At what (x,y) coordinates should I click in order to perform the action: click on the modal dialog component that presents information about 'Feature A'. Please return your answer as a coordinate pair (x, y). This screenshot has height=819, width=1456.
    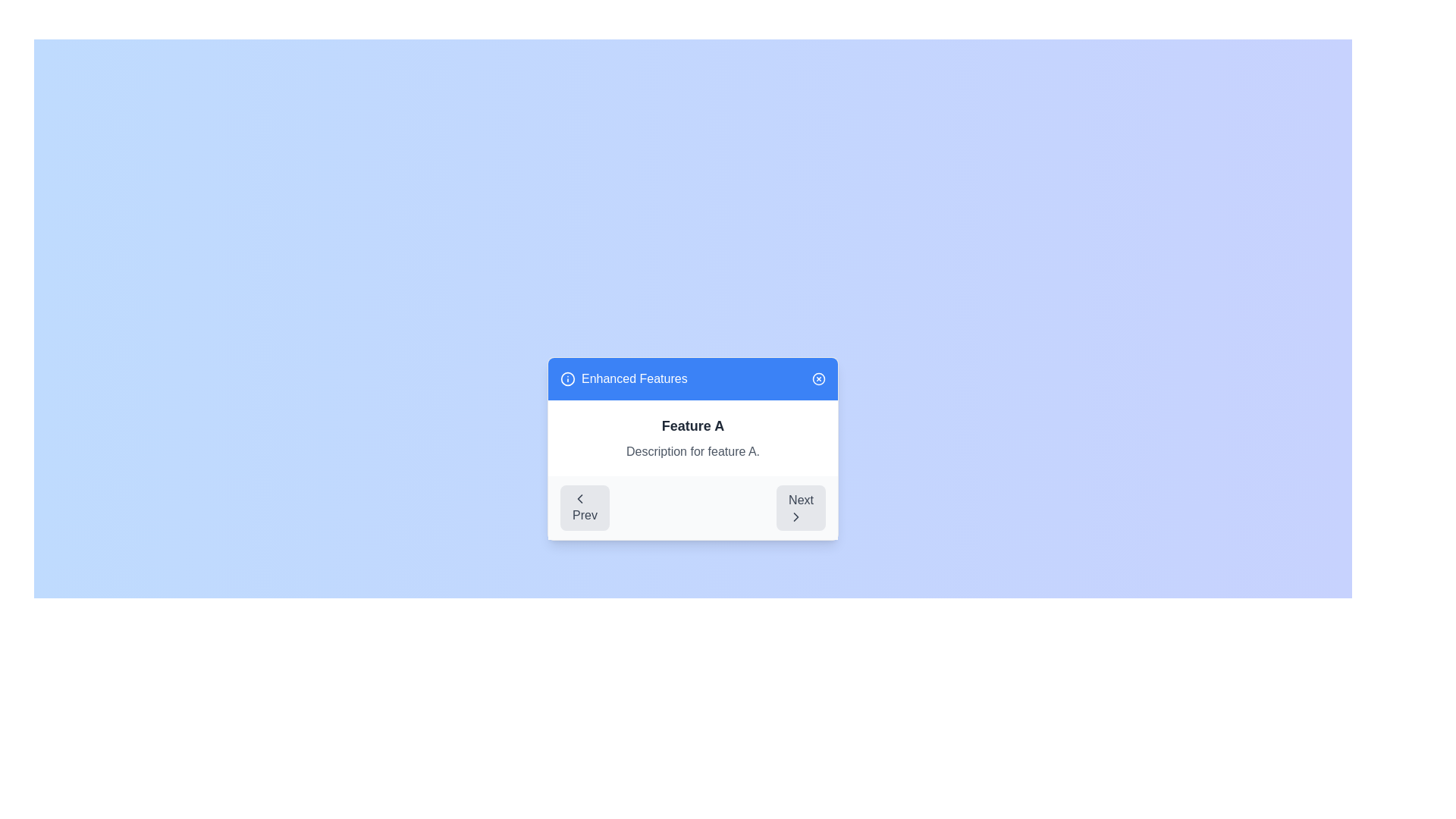
    Looking at the image, I should click on (692, 447).